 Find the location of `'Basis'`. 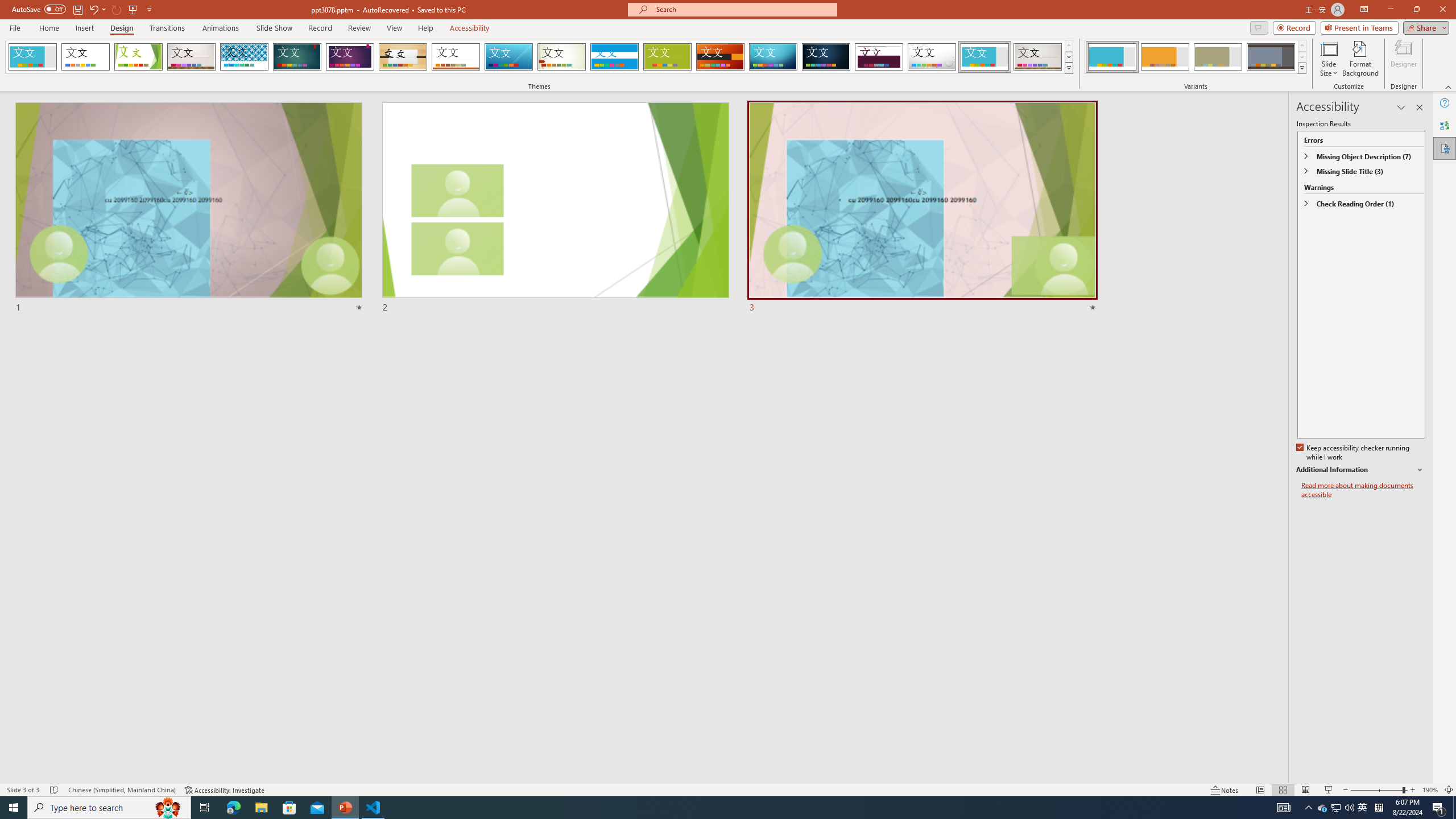

'Basis' is located at coordinates (667, 56).